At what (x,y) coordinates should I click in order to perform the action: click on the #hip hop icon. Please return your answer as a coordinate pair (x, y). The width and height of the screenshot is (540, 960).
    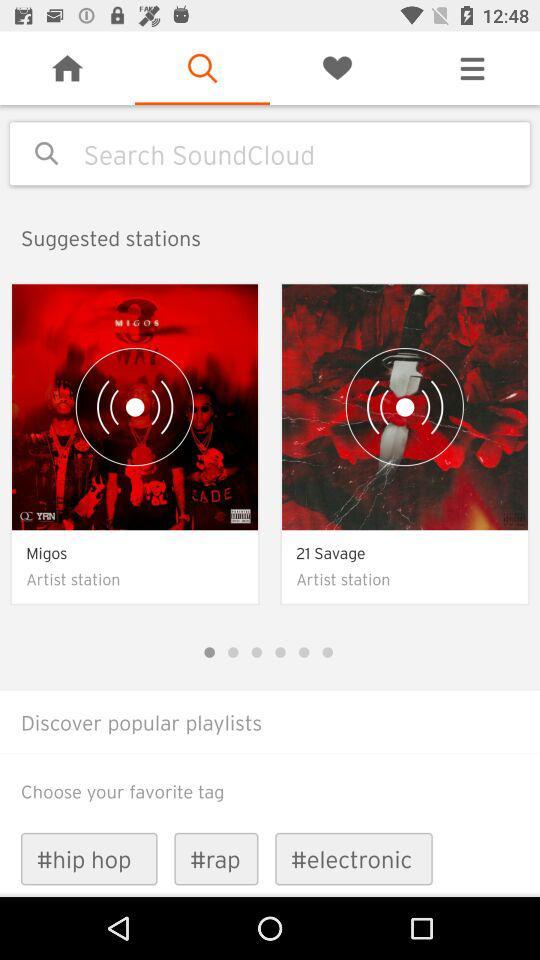
    Looking at the image, I should click on (88, 858).